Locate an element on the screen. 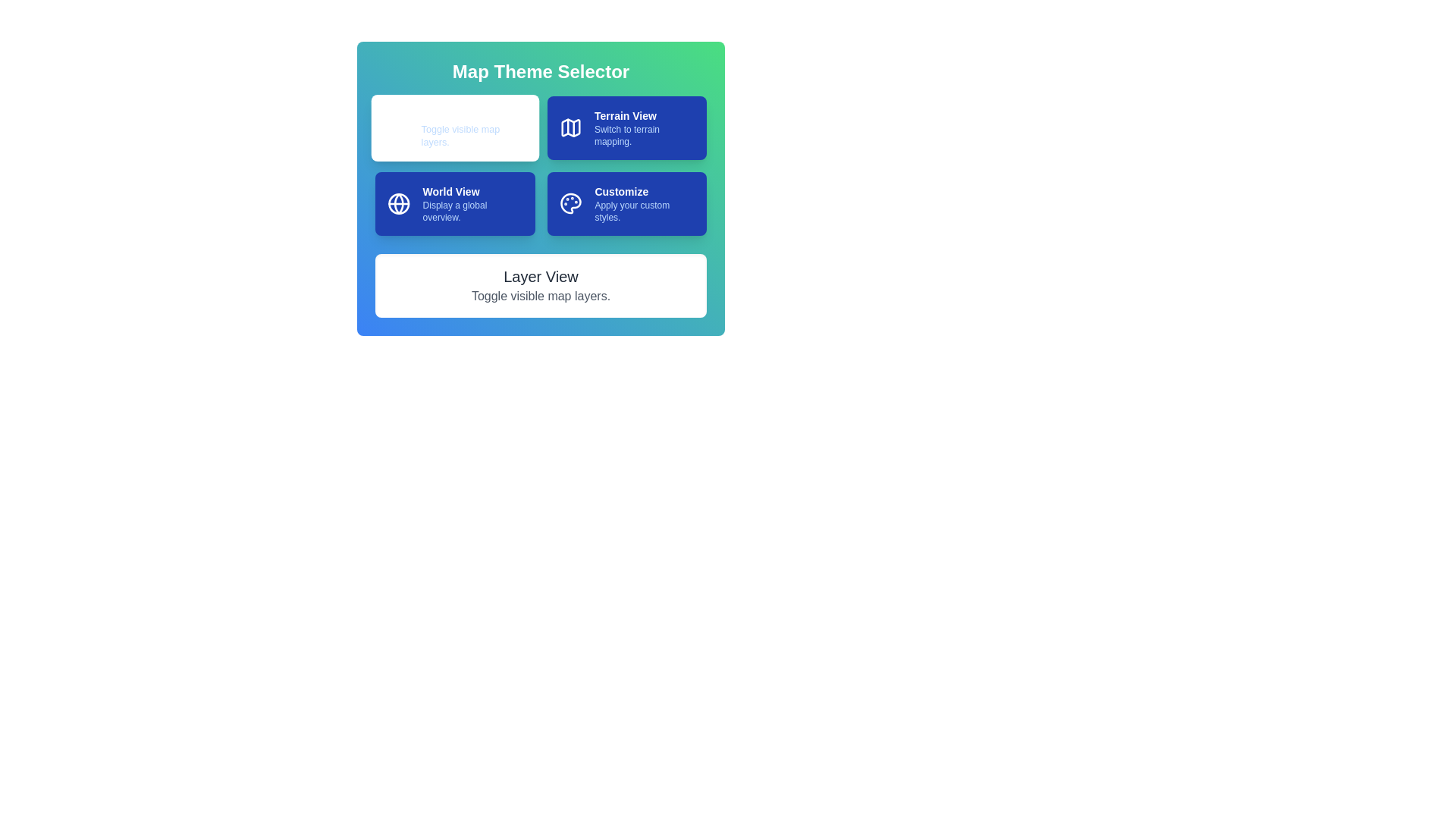 The width and height of the screenshot is (1456, 819). the 'World View' button in the 'Map Theme Selector' section is located at coordinates (454, 203).